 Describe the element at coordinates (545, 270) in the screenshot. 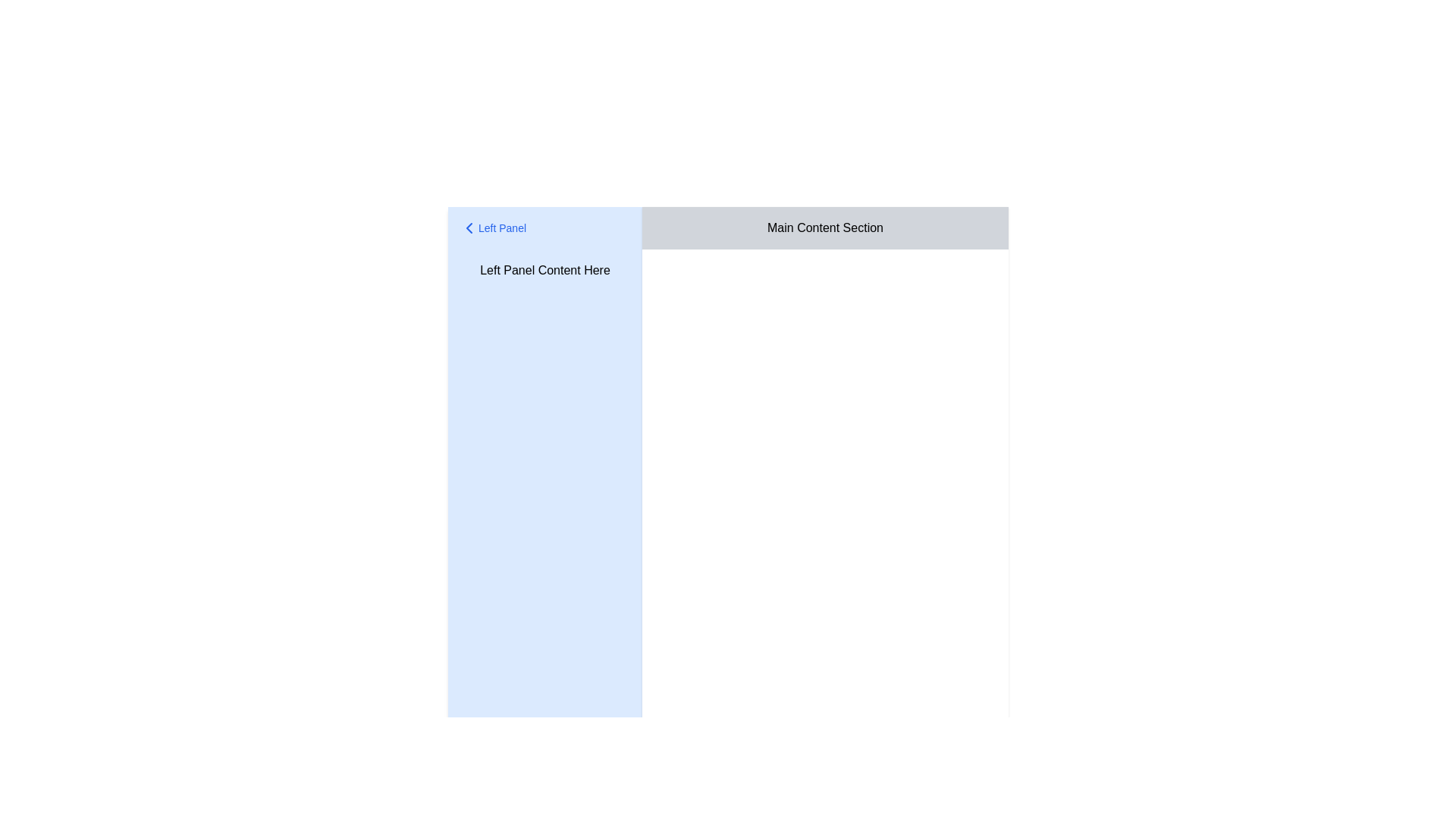

I see `the descriptive Text Label located in the left-hand panel, positioned below the 'Left Panel' label and chevron icon` at that location.